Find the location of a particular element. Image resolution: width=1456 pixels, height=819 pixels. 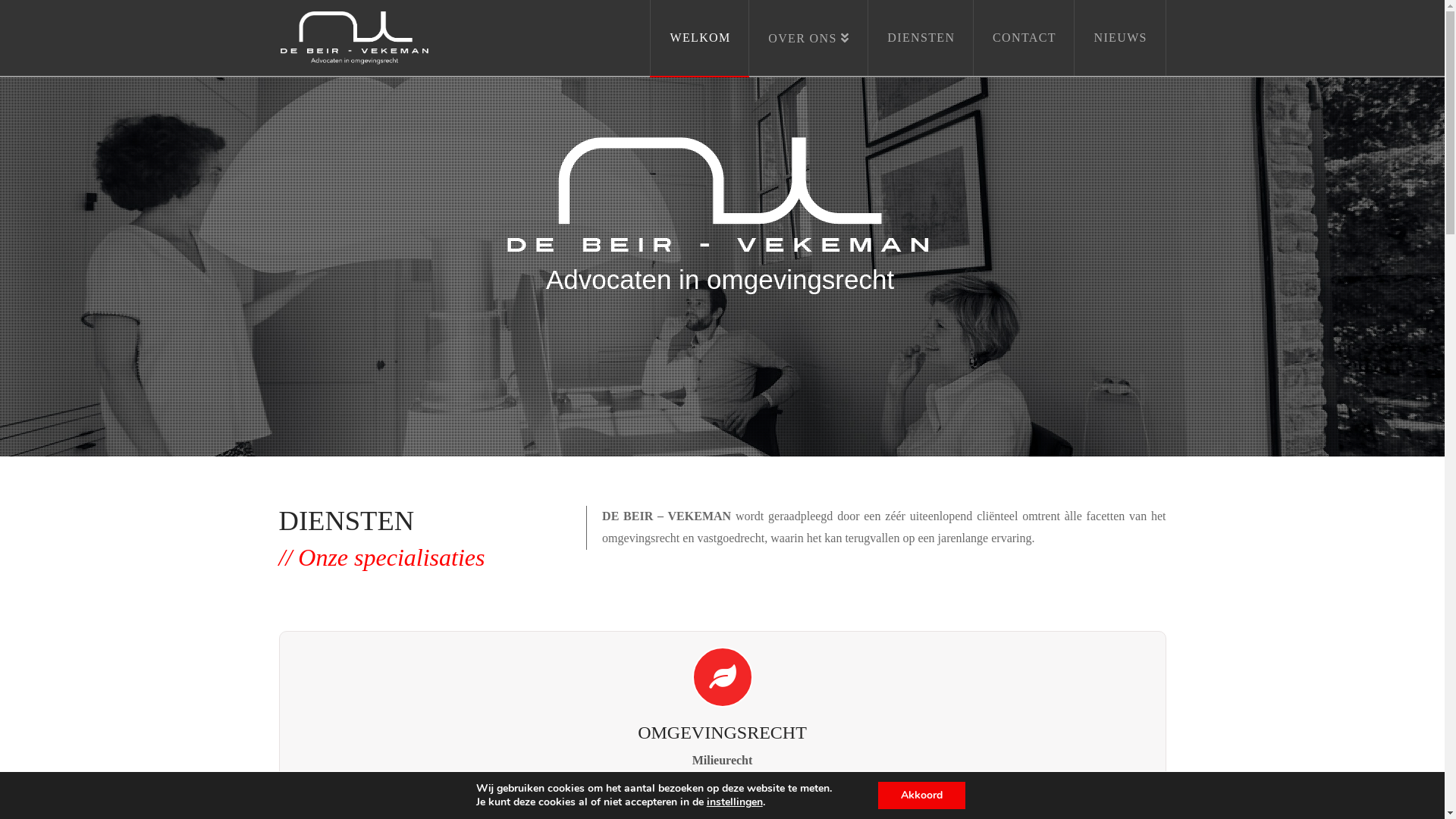

'WELKOM' is located at coordinates (650, 37).